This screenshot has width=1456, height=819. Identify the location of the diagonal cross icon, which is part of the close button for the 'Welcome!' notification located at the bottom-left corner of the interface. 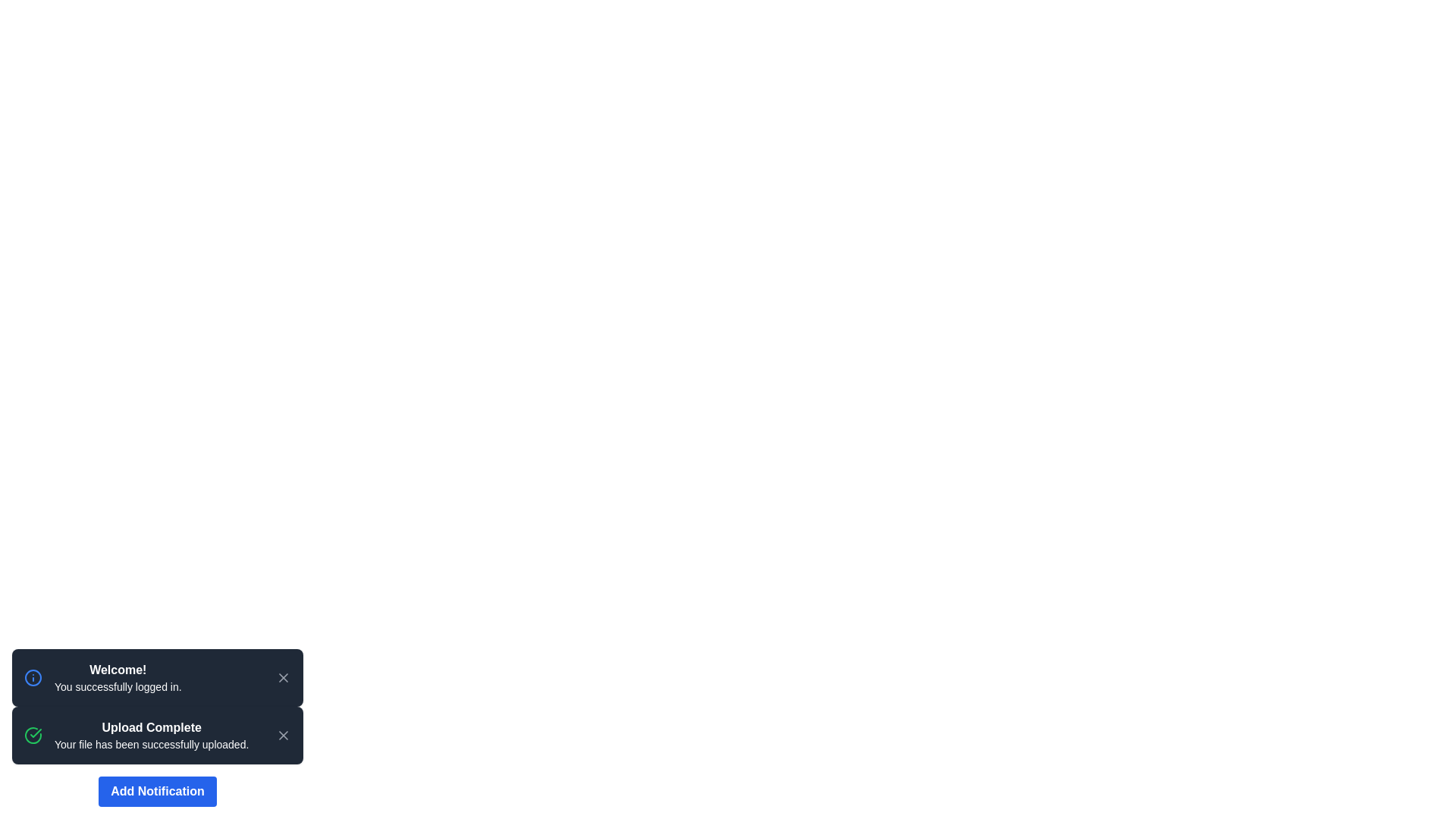
(284, 677).